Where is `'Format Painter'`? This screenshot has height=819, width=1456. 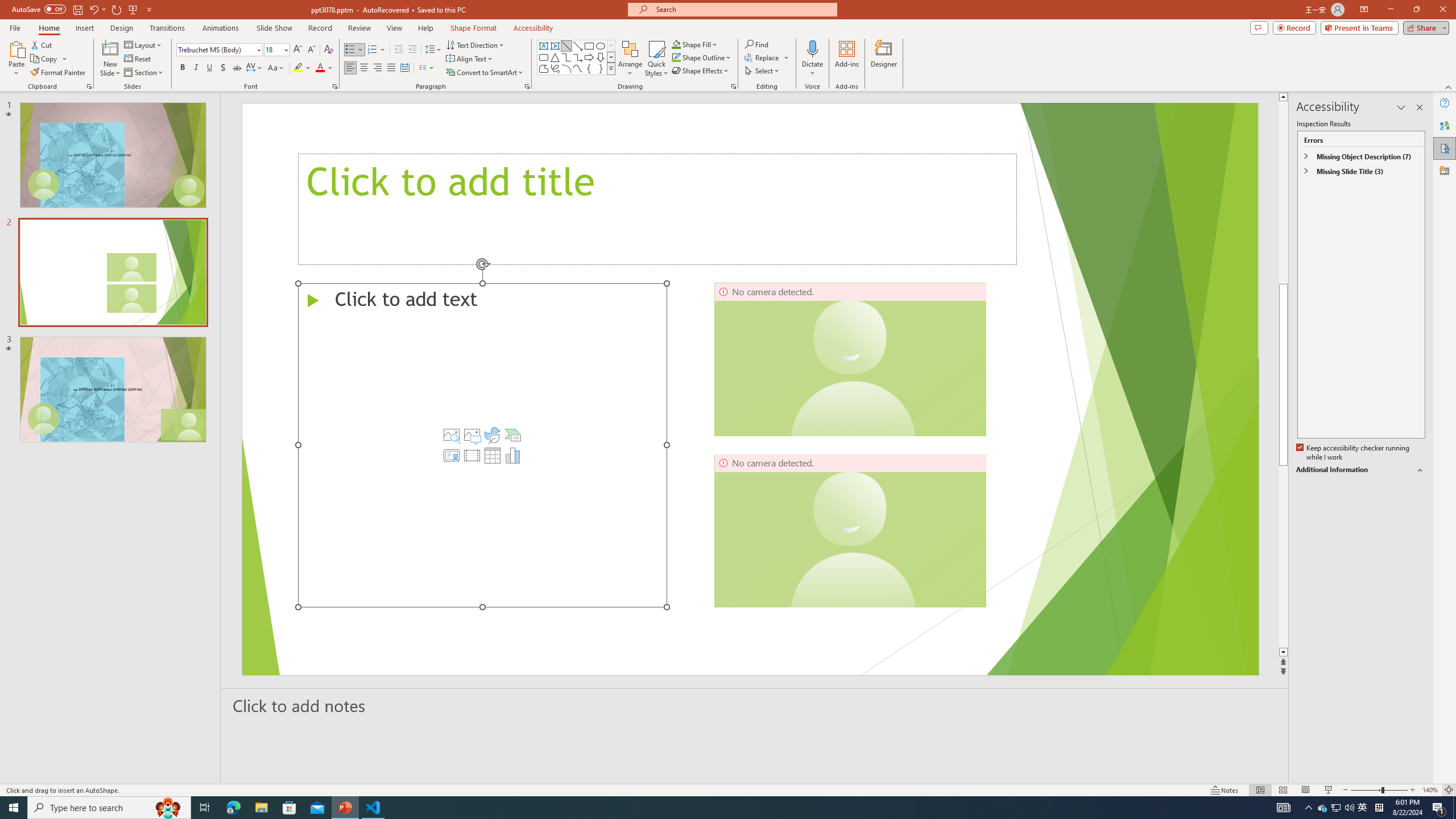
'Format Painter' is located at coordinates (58, 72).